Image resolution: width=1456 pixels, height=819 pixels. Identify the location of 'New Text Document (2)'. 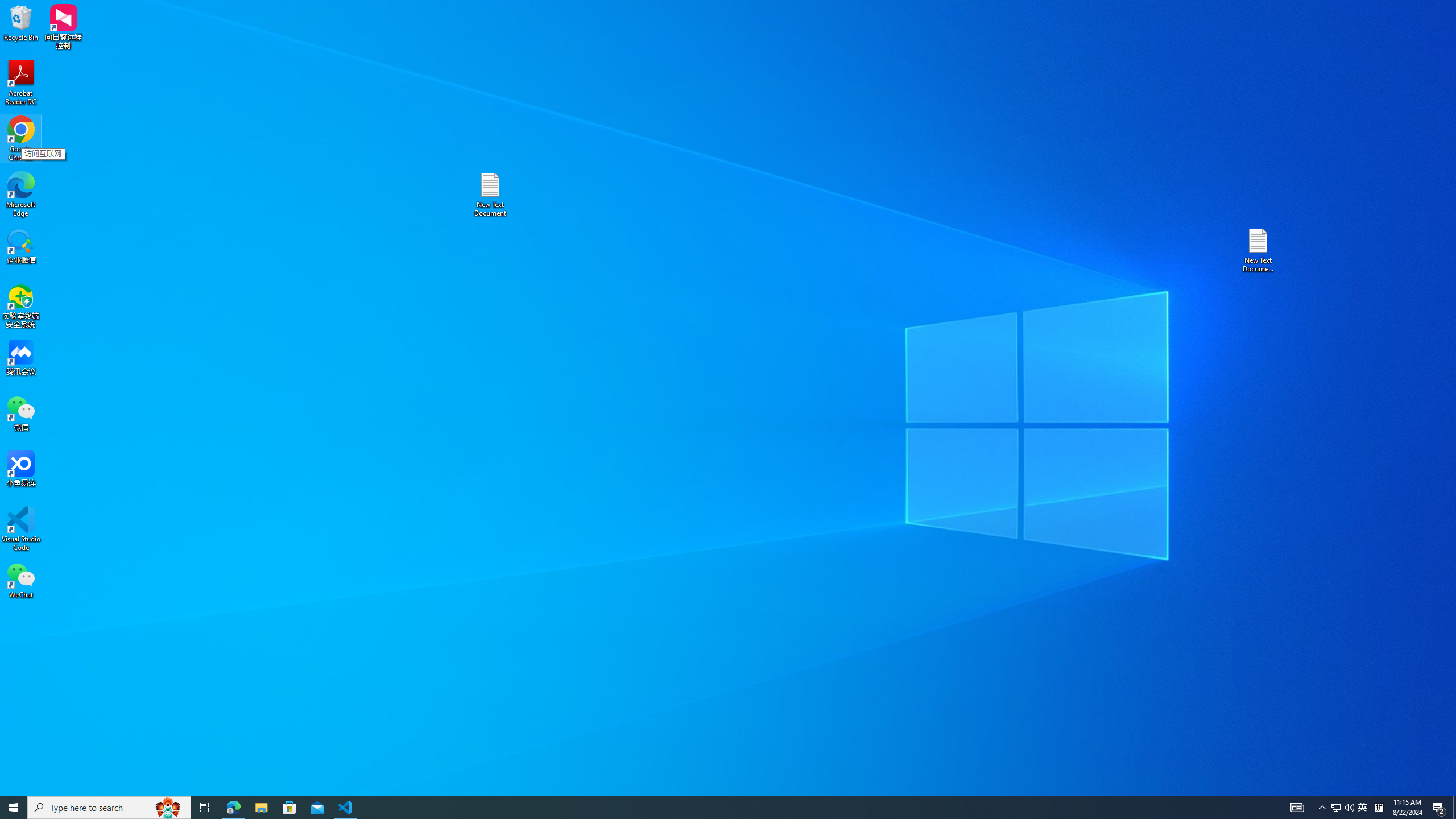
(1259, 249).